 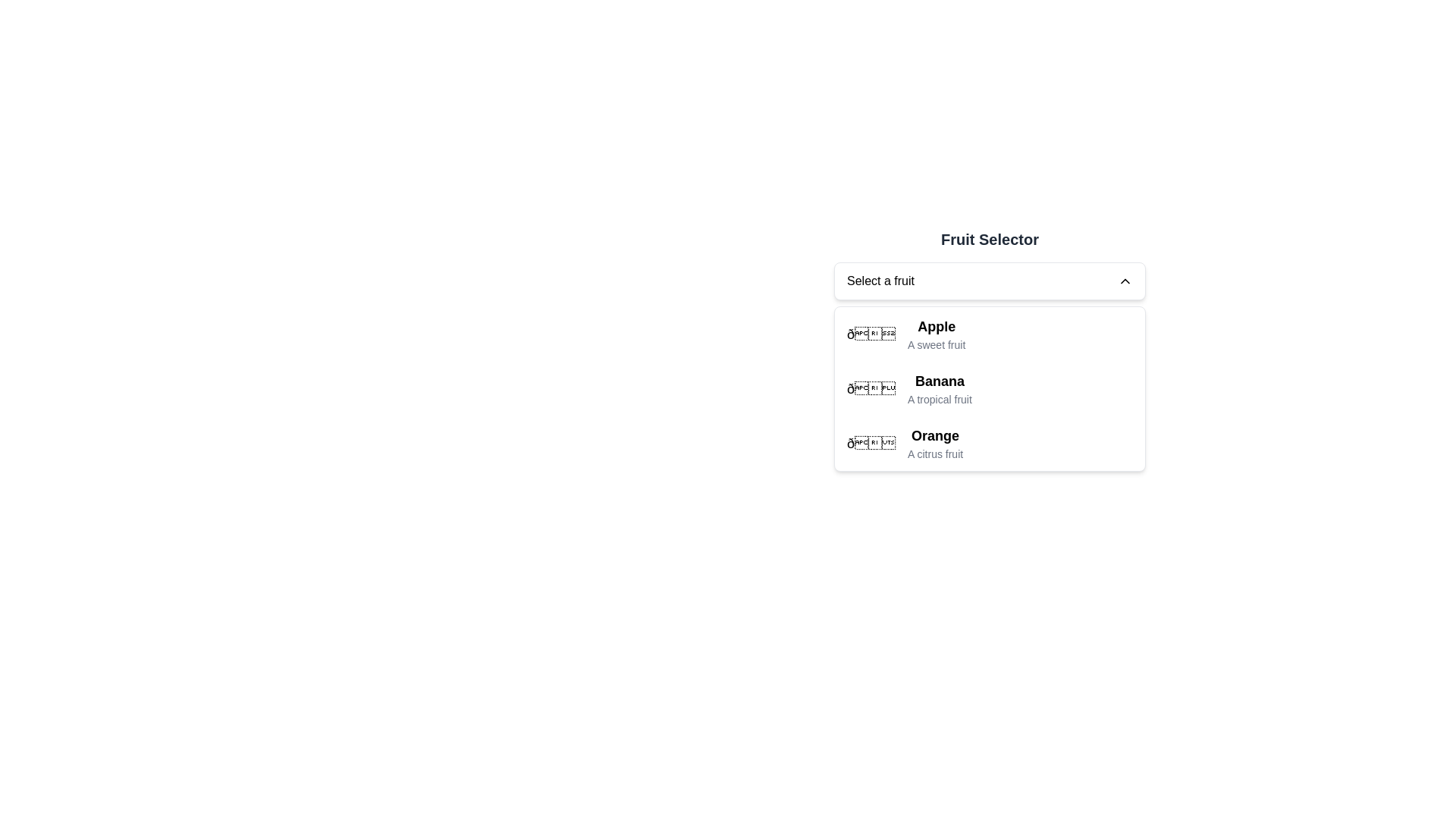 What do you see at coordinates (880, 281) in the screenshot?
I see `the text label that reads 'Select a fruit' located in the dropdown menu interface` at bounding box center [880, 281].